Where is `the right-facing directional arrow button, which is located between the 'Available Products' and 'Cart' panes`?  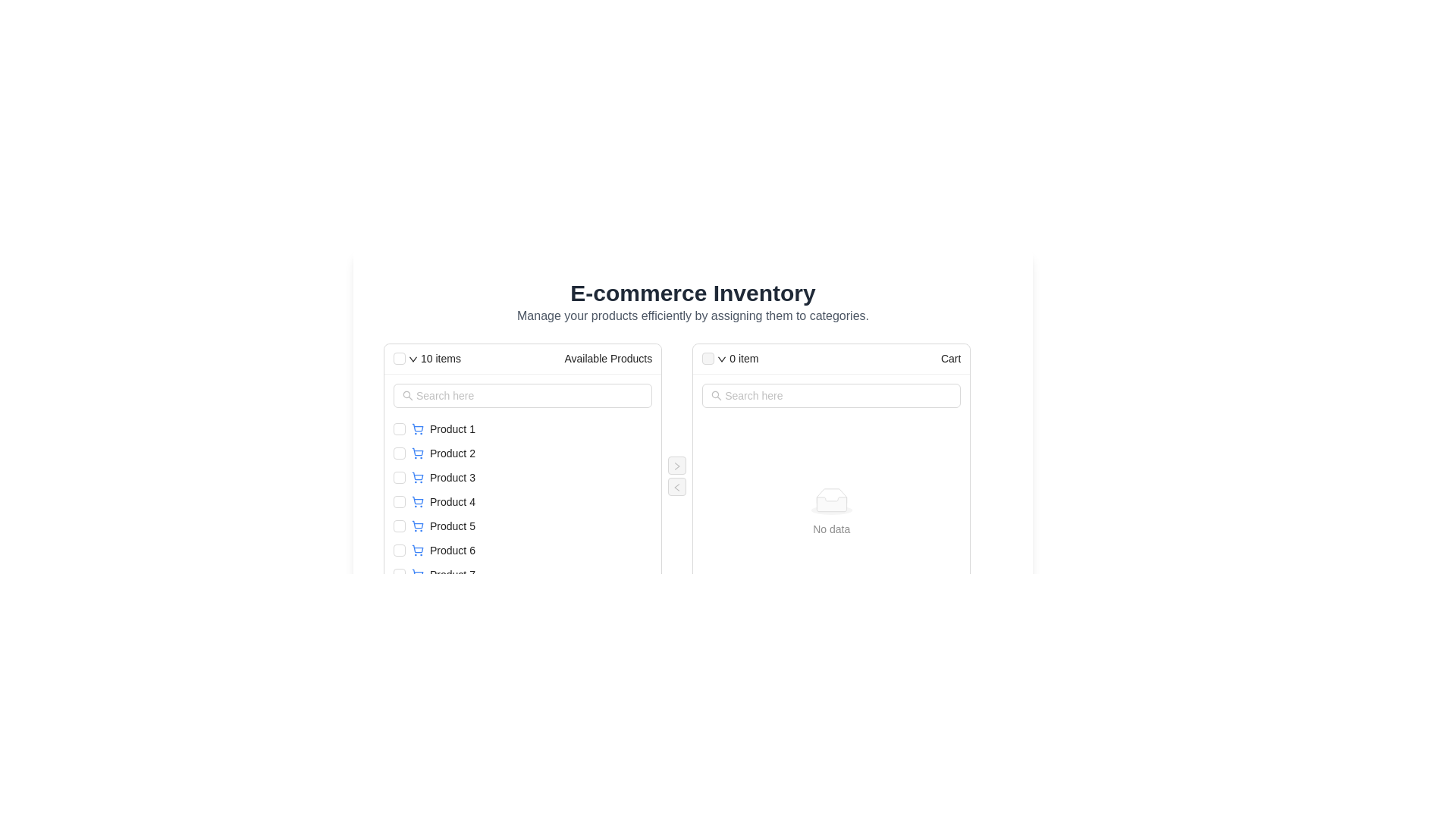 the right-facing directional arrow button, which is located between the 'Available Products' and 'Cart' panes is located at coordinates (676, 465).